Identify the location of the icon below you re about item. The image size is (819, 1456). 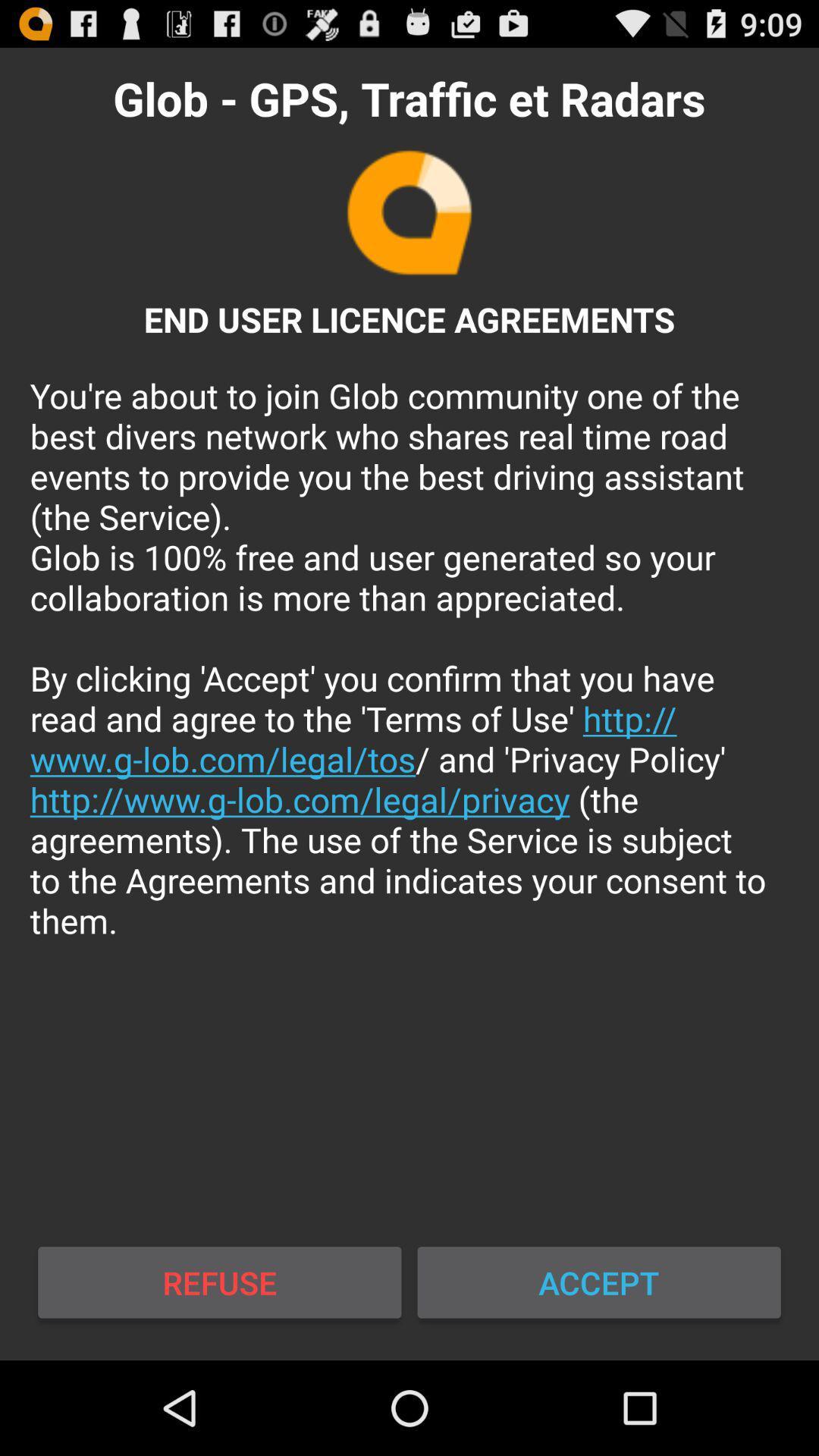
(598, 1282).